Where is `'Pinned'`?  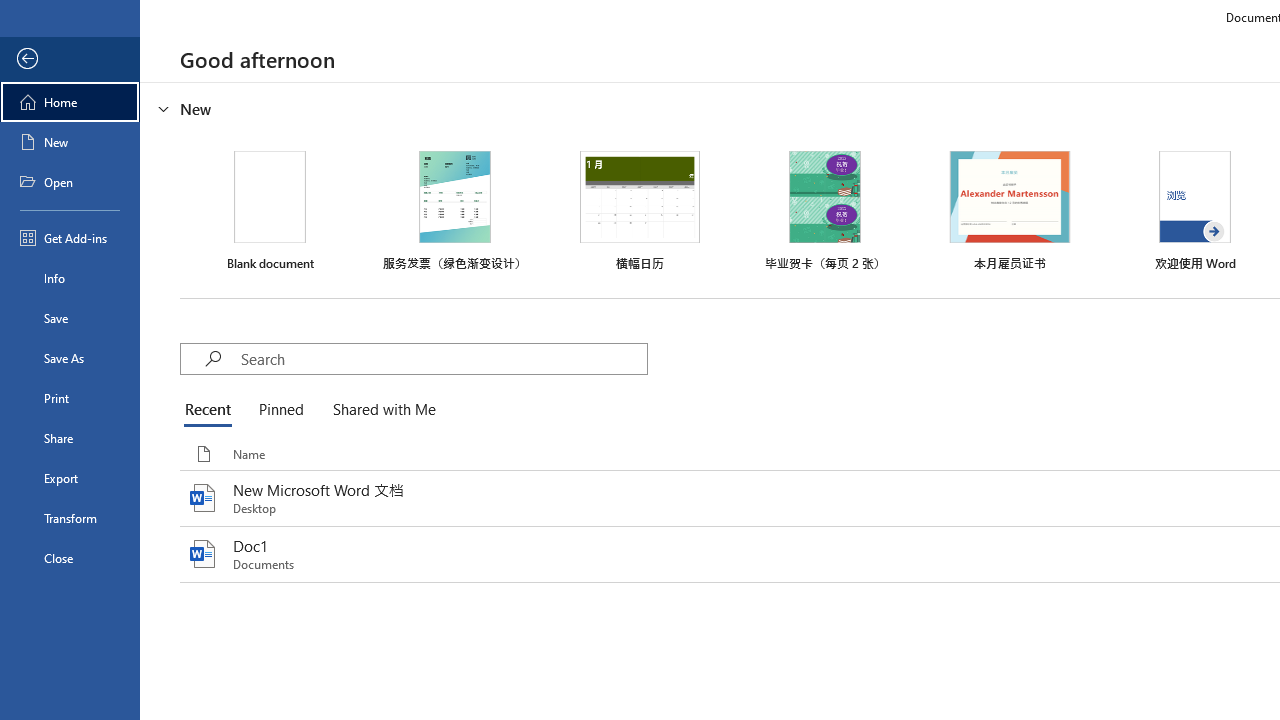 'Pinned' is located at coordinates (279, 410).